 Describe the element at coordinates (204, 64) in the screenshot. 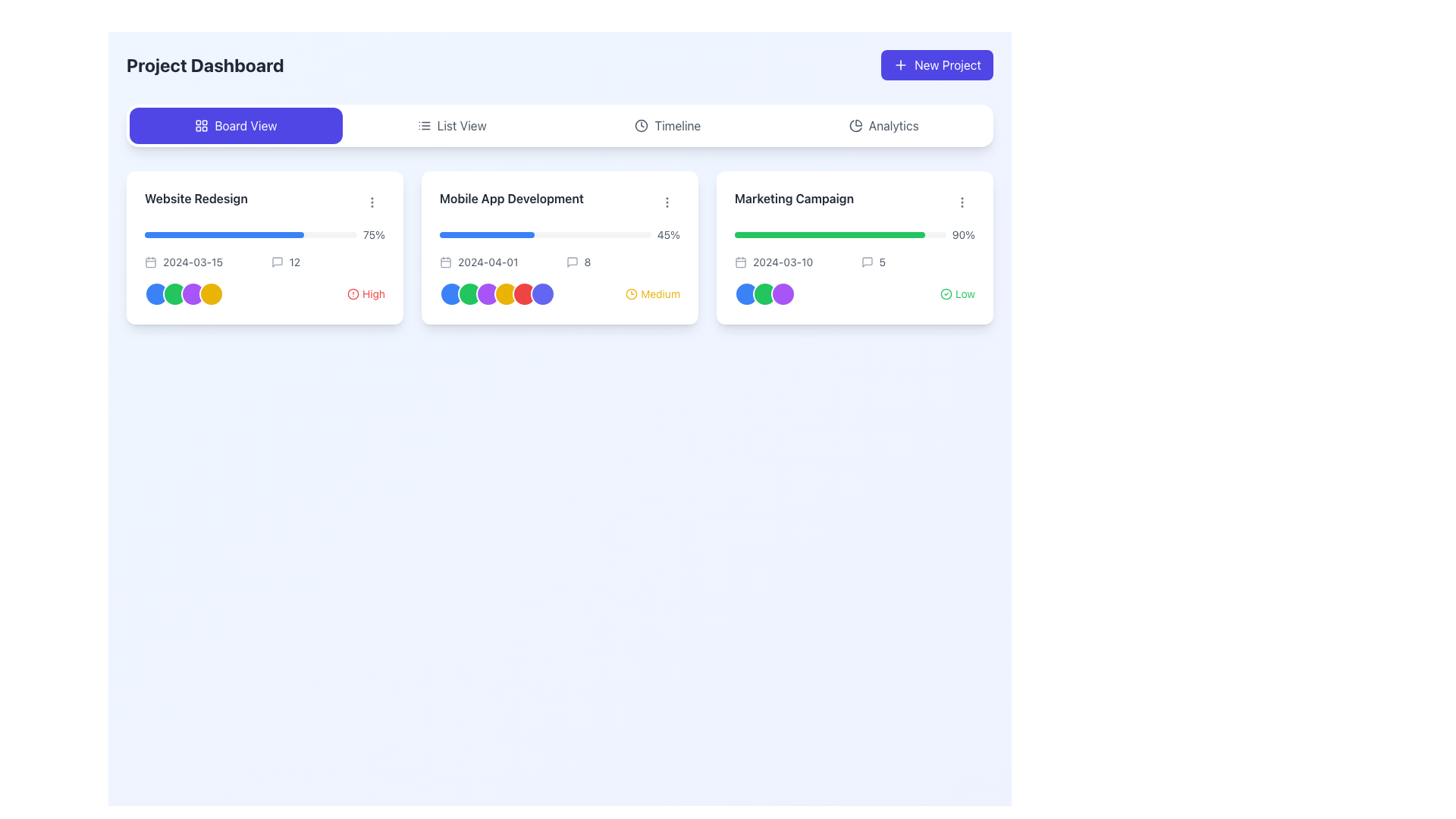

I see `the 'Project Dashboard' text label, which is a bold and large heading in dark gray, positioned in the top-left corner of the interface, next to the 'New Project' button` at that location.